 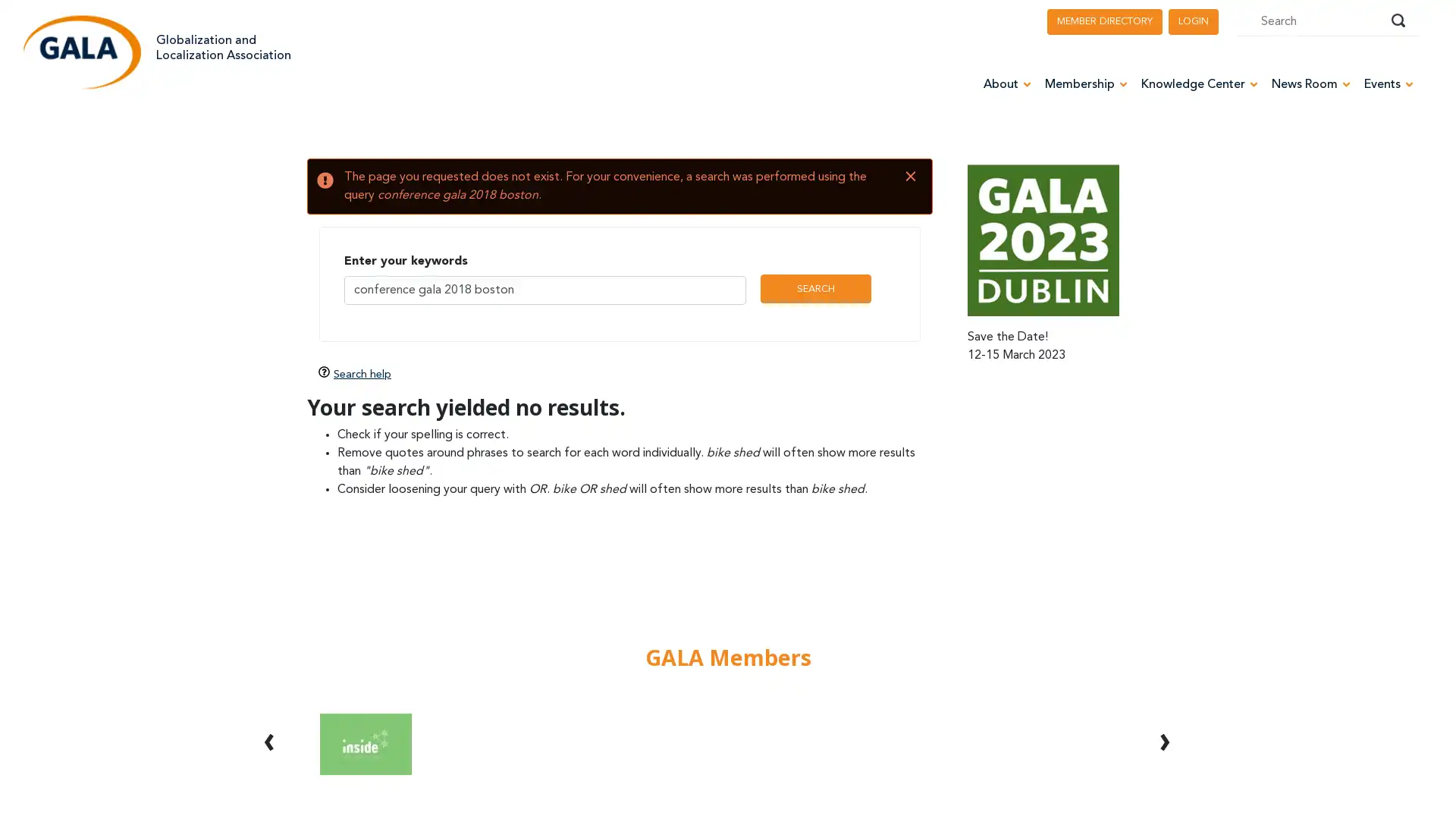 I want to click on Next, so click(x=1163, y=724).